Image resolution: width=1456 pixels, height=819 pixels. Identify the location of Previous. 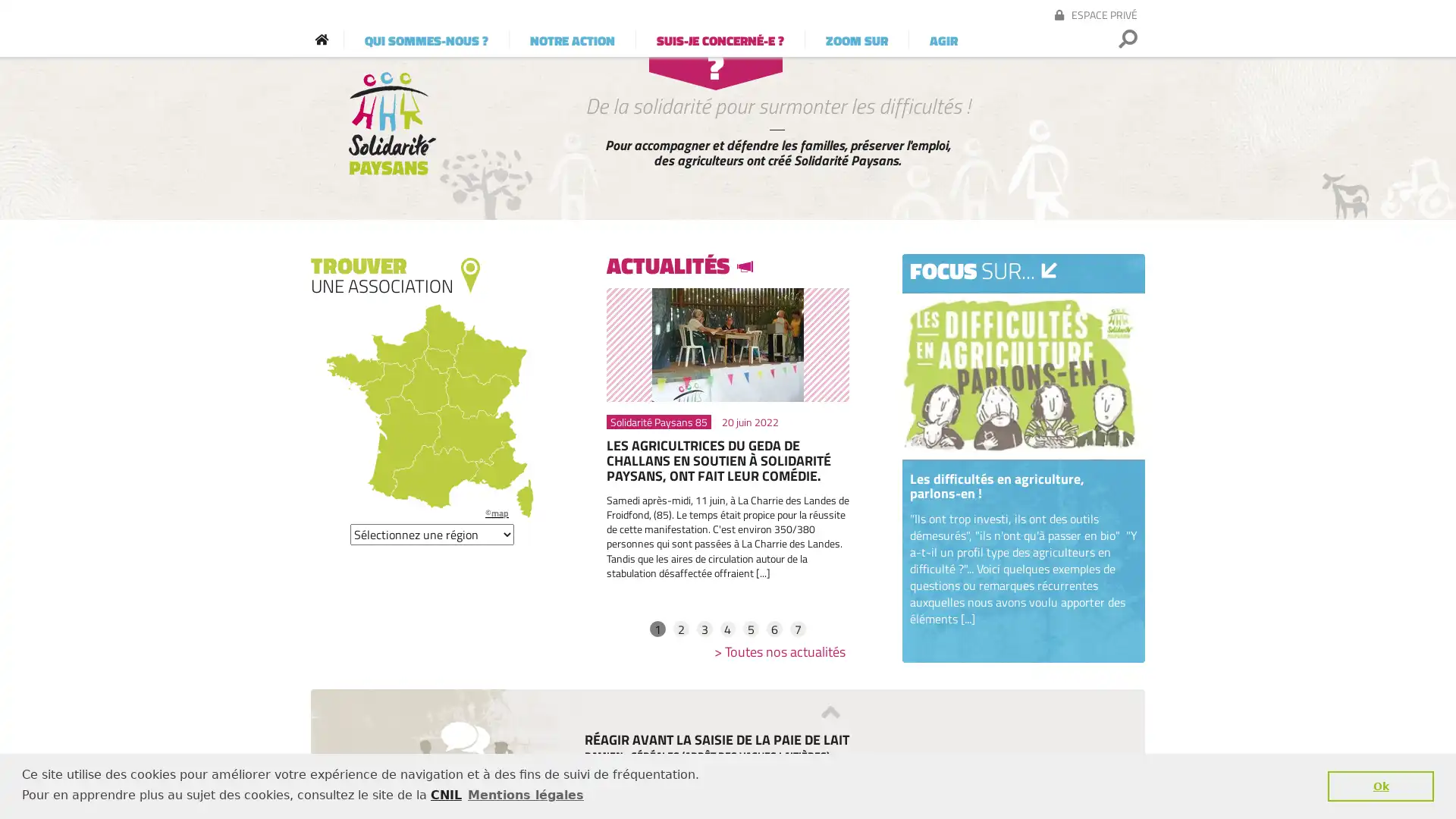
(829, 711).